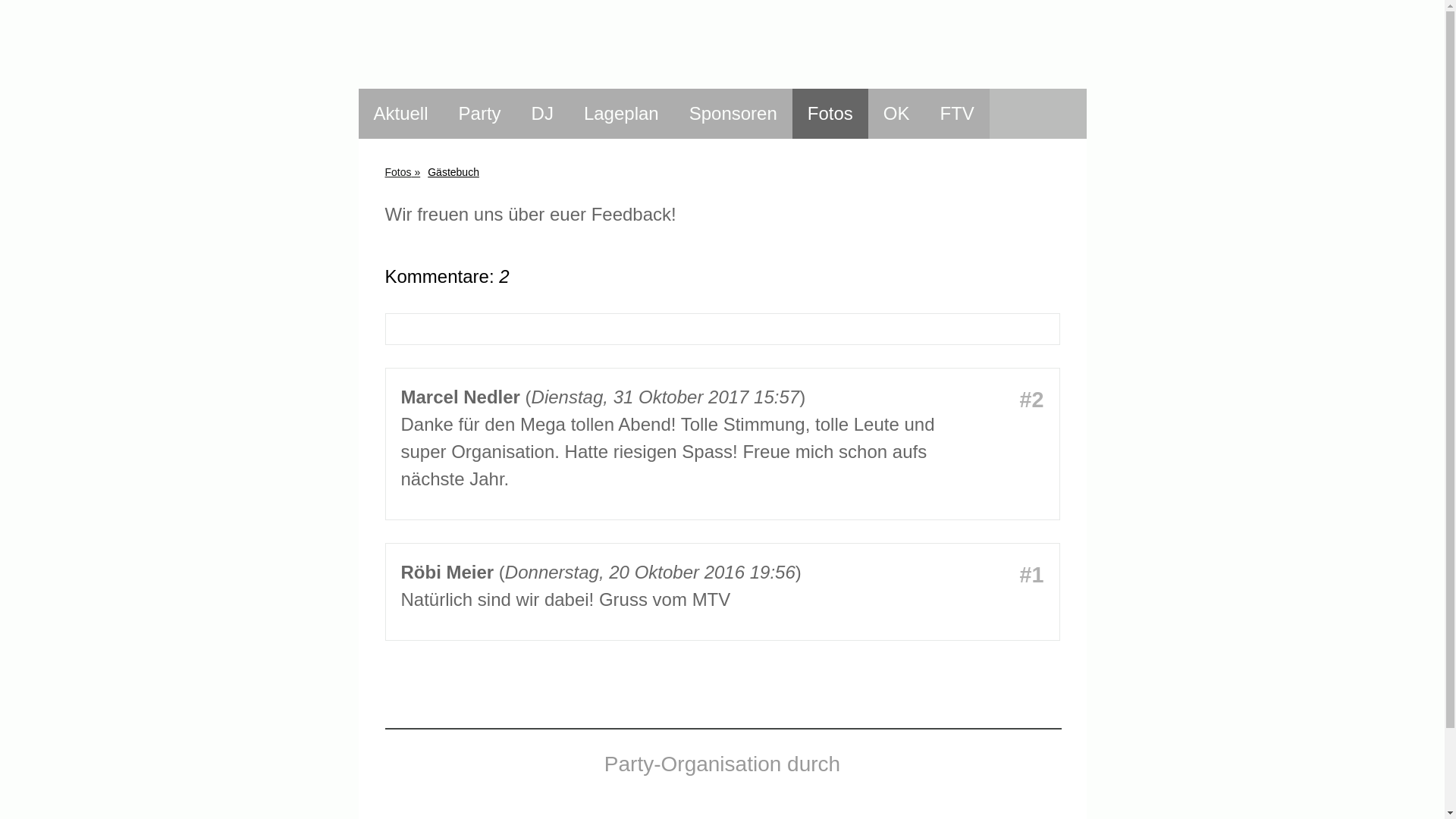  I want to click on 'Aktuell', so click(400, 113).